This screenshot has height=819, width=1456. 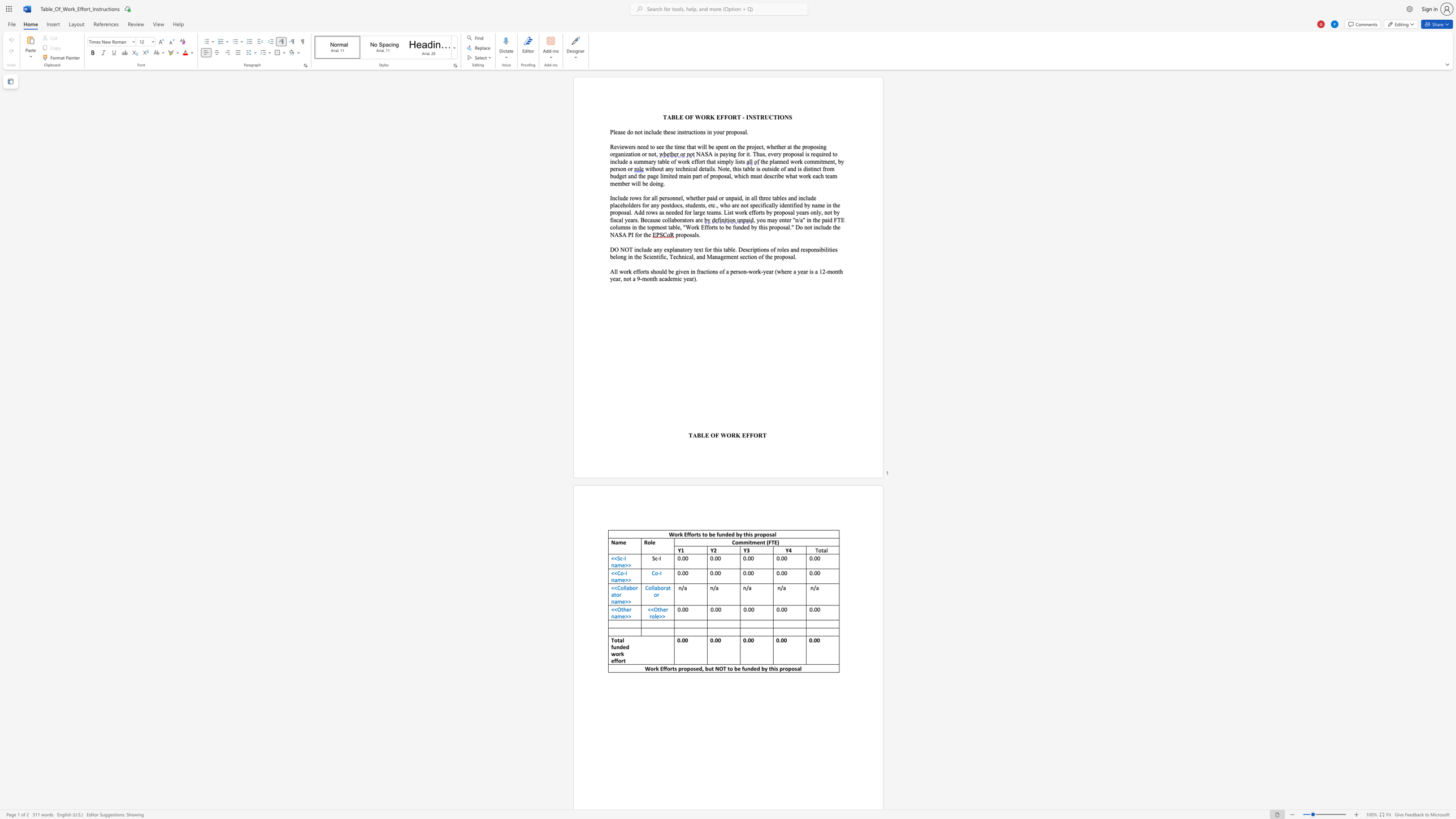 I want to click on the space between the continuous character "o" and "c" in the text, so click(x=677, y=205).